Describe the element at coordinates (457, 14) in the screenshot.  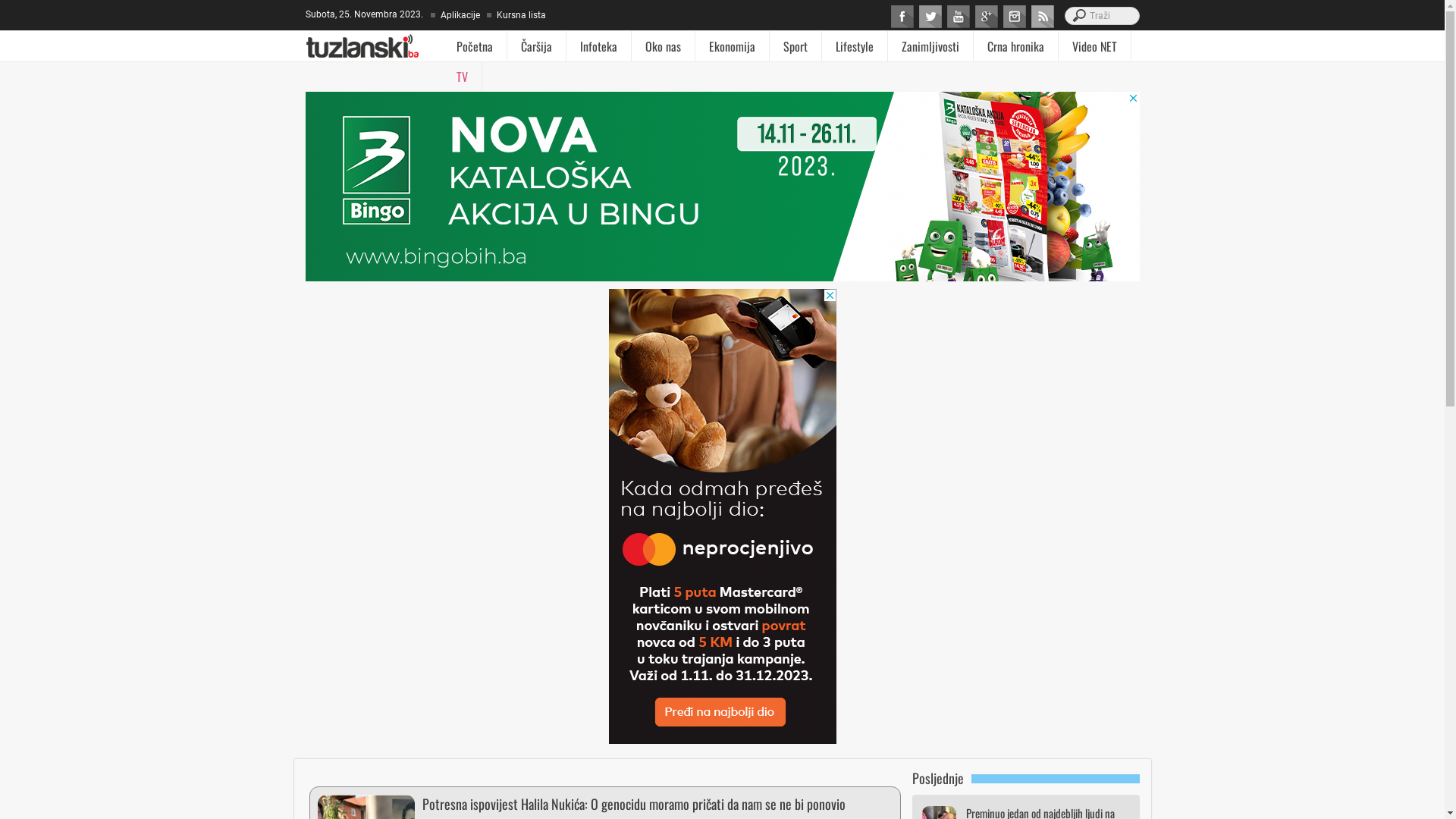
I see `'Aplikacije'` at that location.